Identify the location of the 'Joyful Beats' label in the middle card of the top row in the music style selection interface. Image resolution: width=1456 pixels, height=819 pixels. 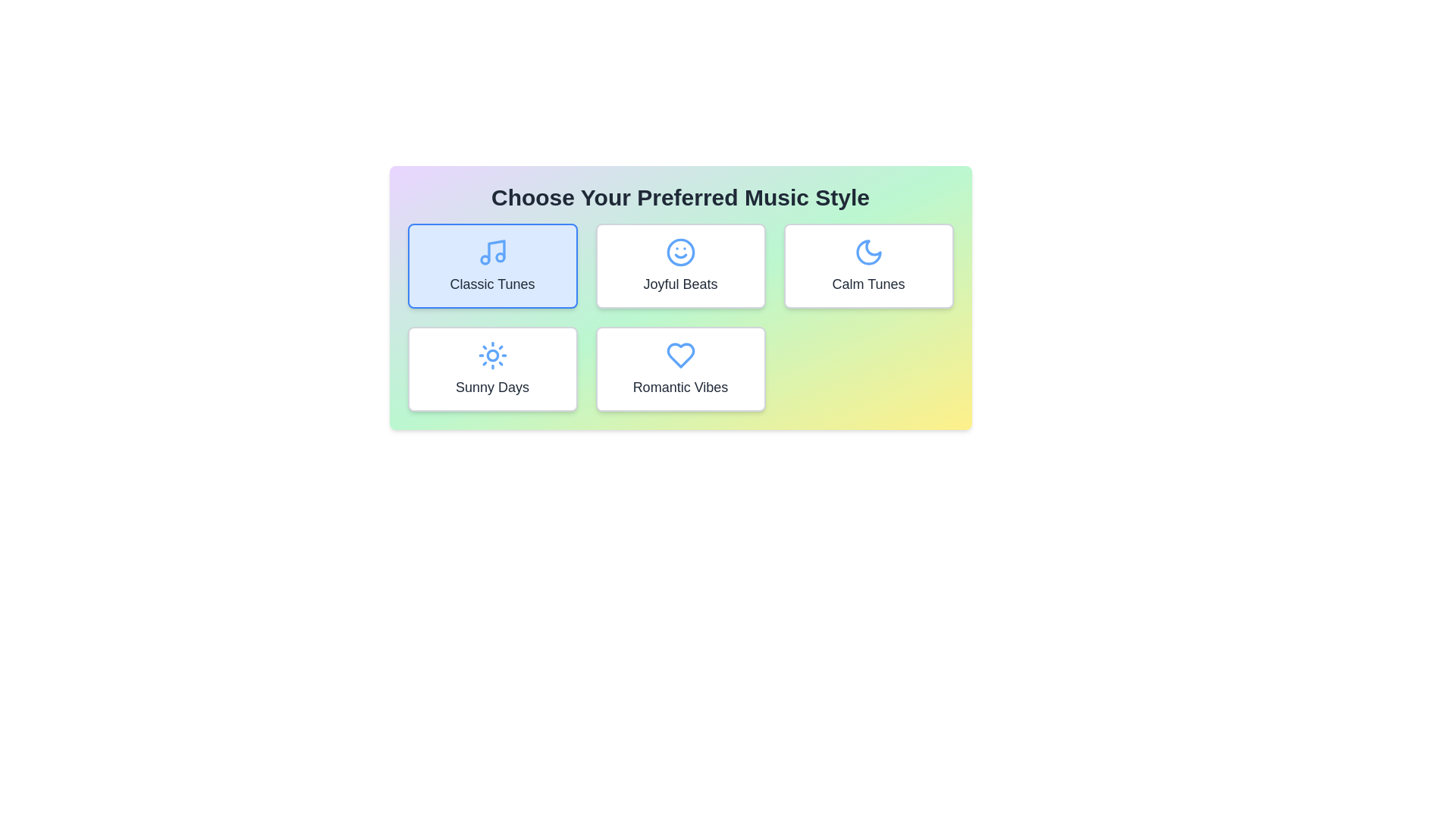
(679, 284).